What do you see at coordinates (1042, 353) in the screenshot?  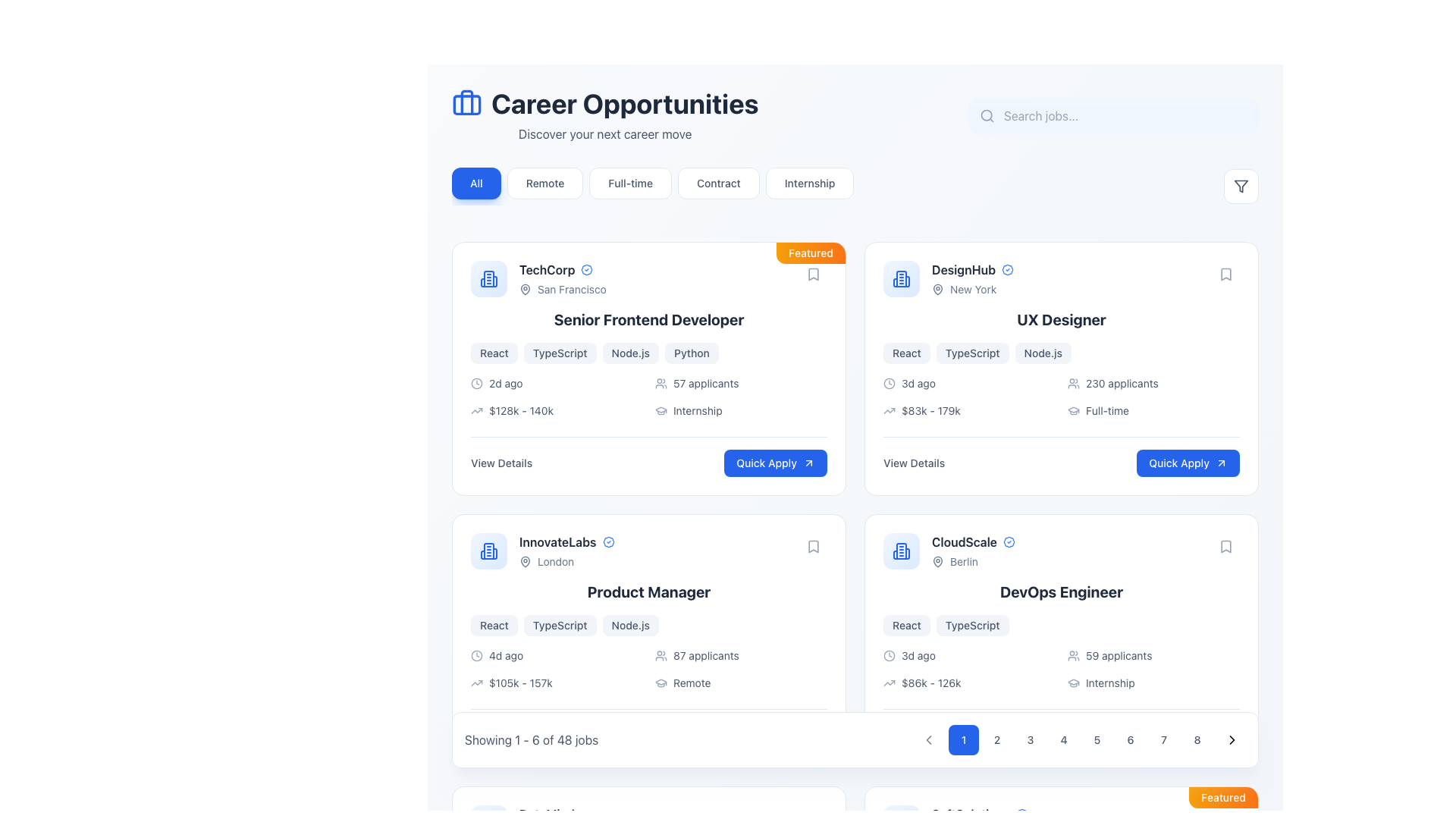 I see `the 'Node.js' tag, which is the third tag under the job title 'UX Designer' in the 'DesignHub' card` at bounding box center [1042, 353].